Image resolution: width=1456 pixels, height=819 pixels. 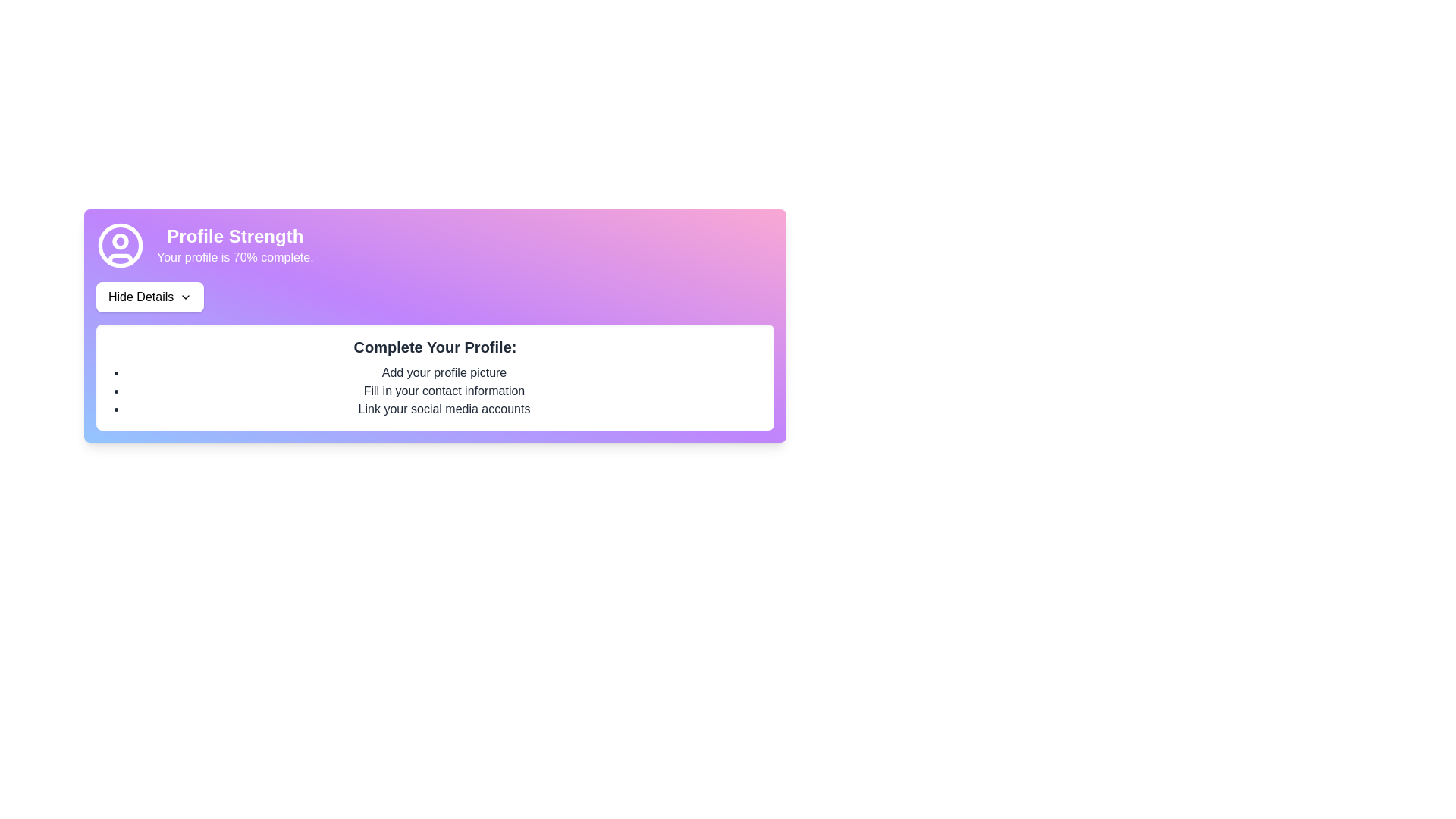 I want to click on the User profile icon, which is a circular icon with a head and shoulders silhouette in white, surrounded by a purple frame, located at the top left of the 'Profile Strength' box, so click(x=119, y=245).